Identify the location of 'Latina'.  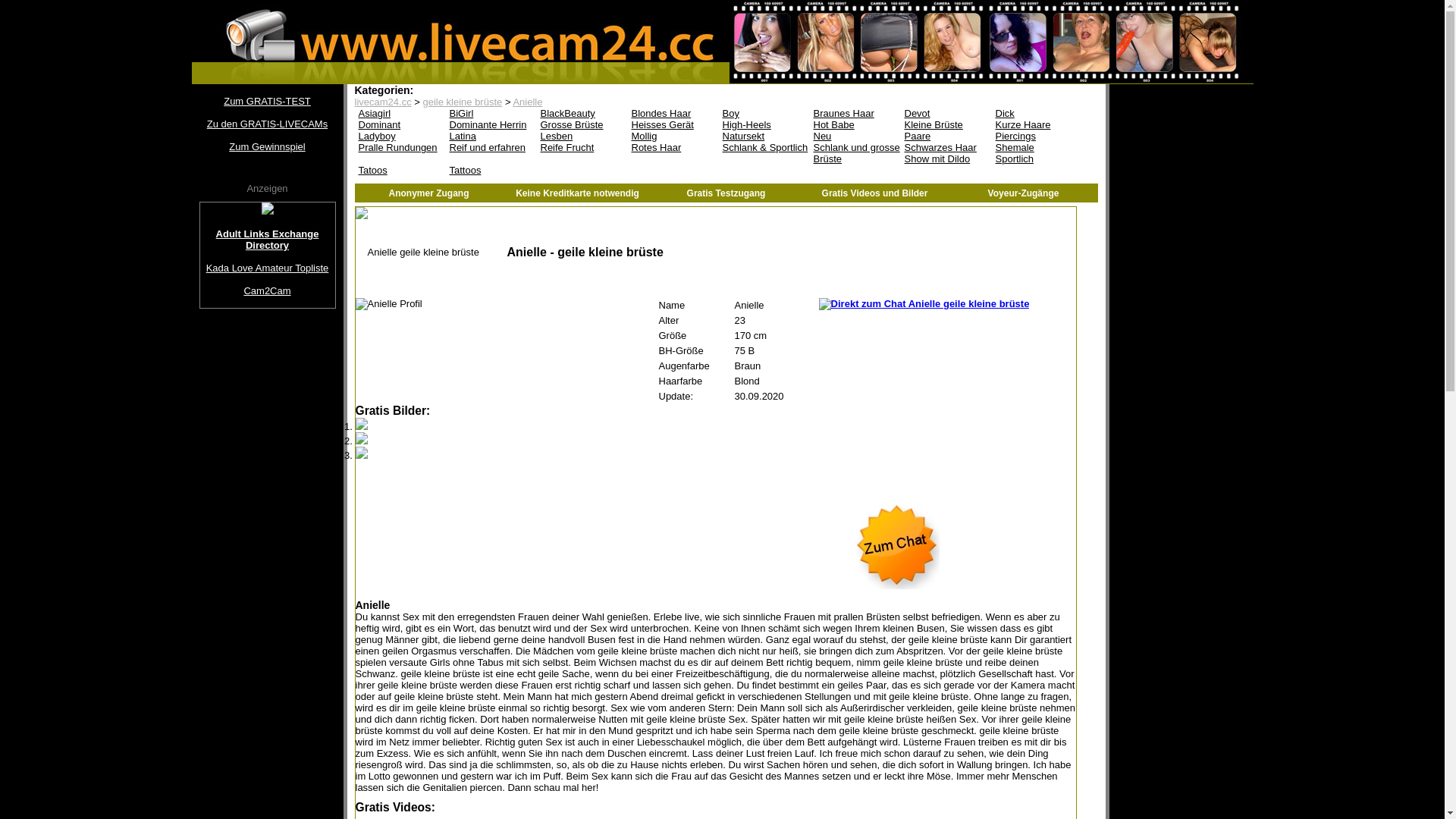
(491, 135).